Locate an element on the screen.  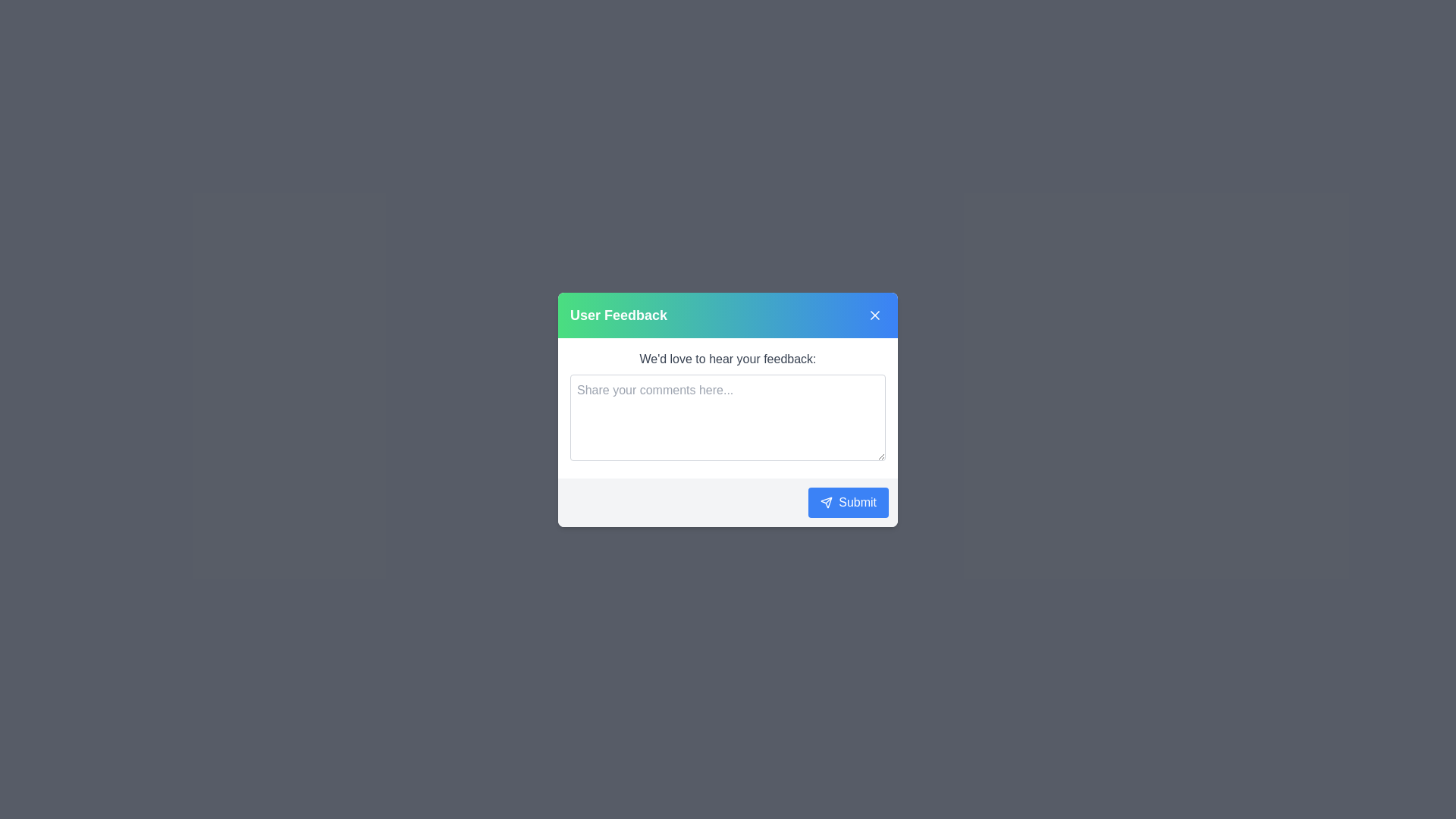
the 'close' or 'dismiss' button represented by an 'X' shape in the top-right corner of the 'User Feedback' modal window is located at coordinates (874, 314).